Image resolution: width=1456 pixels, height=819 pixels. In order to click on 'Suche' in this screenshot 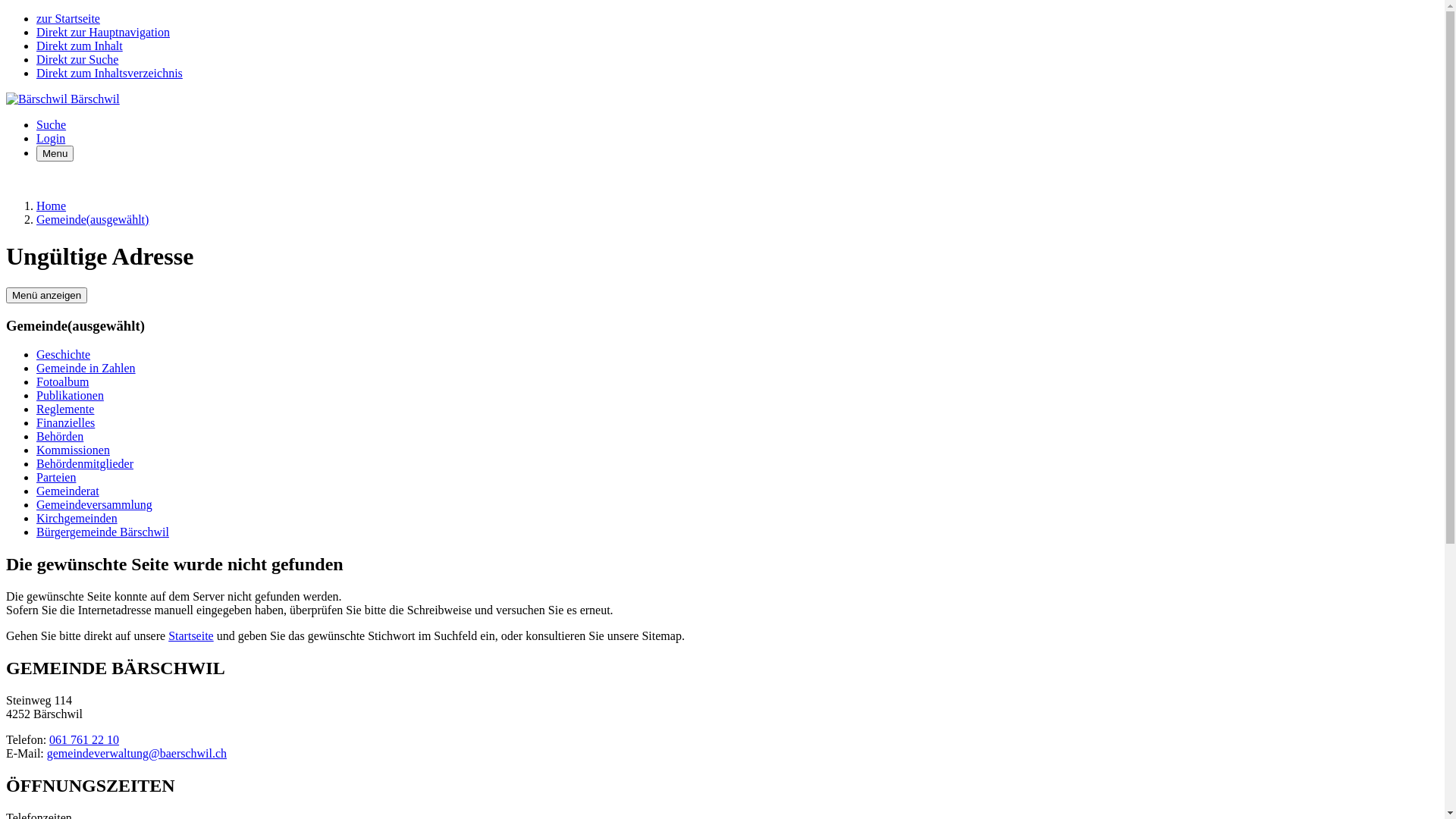, I will do `click(51, 124)`.